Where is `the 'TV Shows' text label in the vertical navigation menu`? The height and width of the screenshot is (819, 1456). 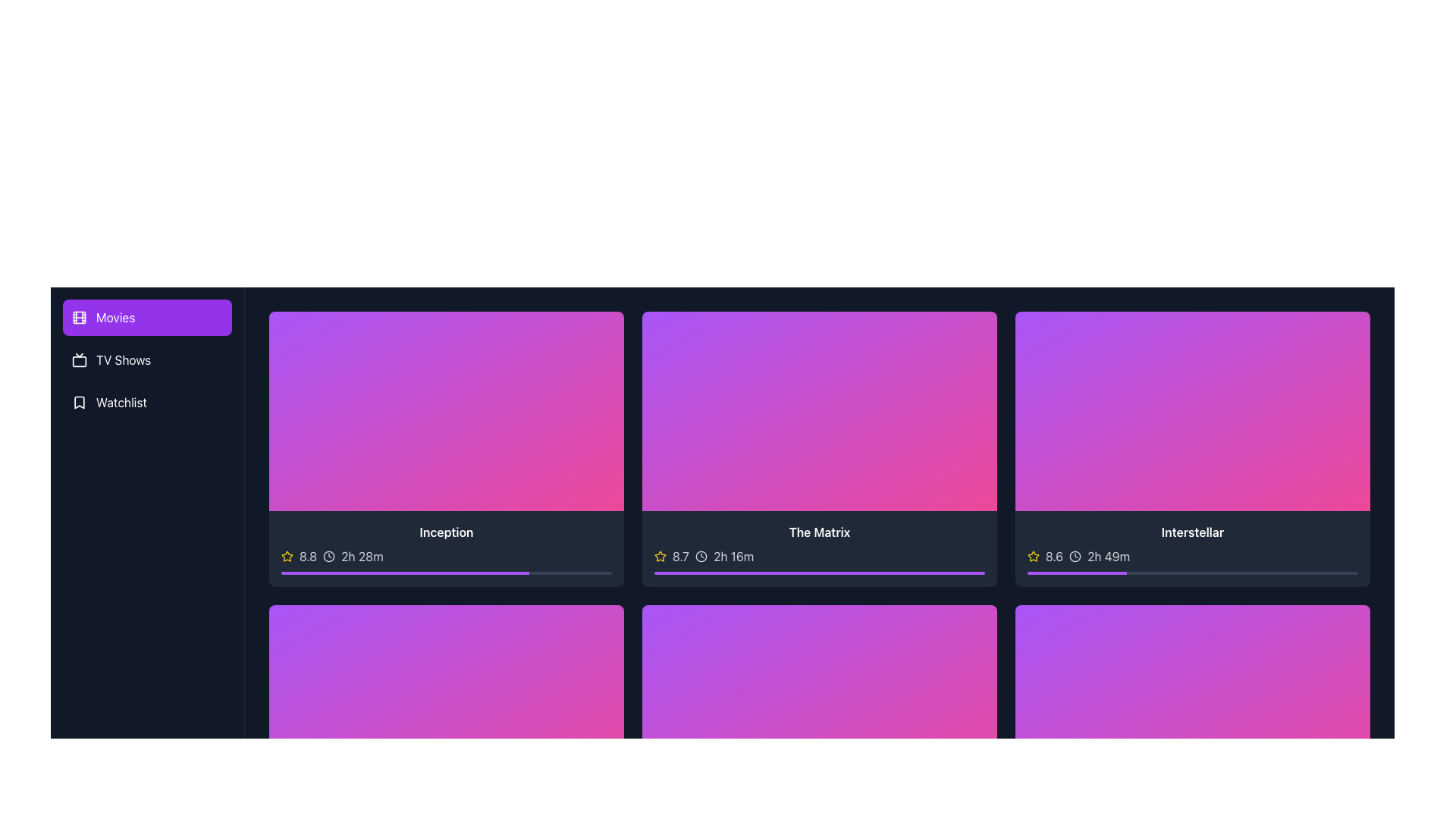 the 'TV Shows' text label in the vertical navigation menu is located at coordinates (124, 359).